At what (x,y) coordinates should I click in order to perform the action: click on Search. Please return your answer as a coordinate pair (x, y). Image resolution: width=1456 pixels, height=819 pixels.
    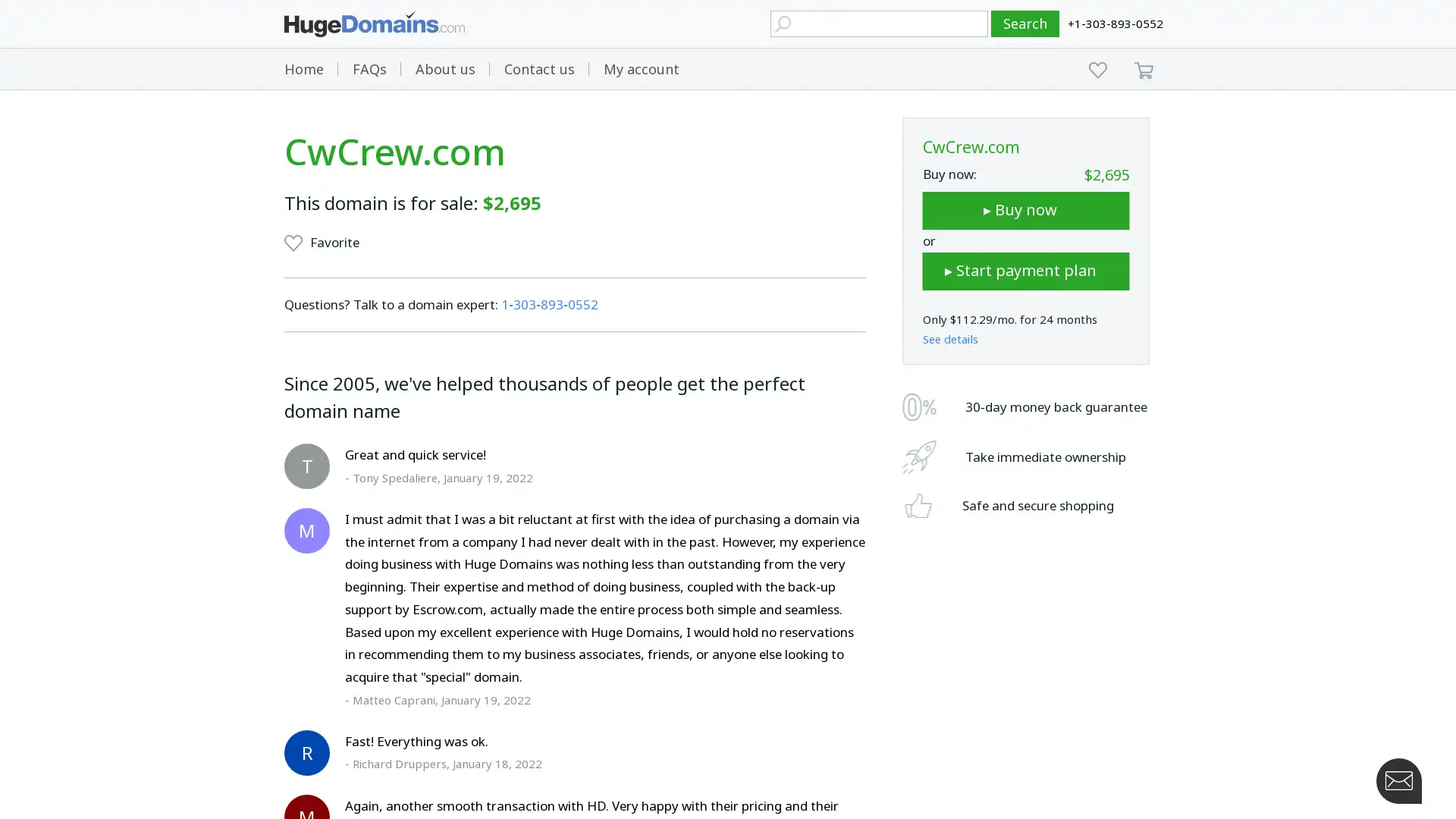
    Looking at the image, I should click on (1025, 24).